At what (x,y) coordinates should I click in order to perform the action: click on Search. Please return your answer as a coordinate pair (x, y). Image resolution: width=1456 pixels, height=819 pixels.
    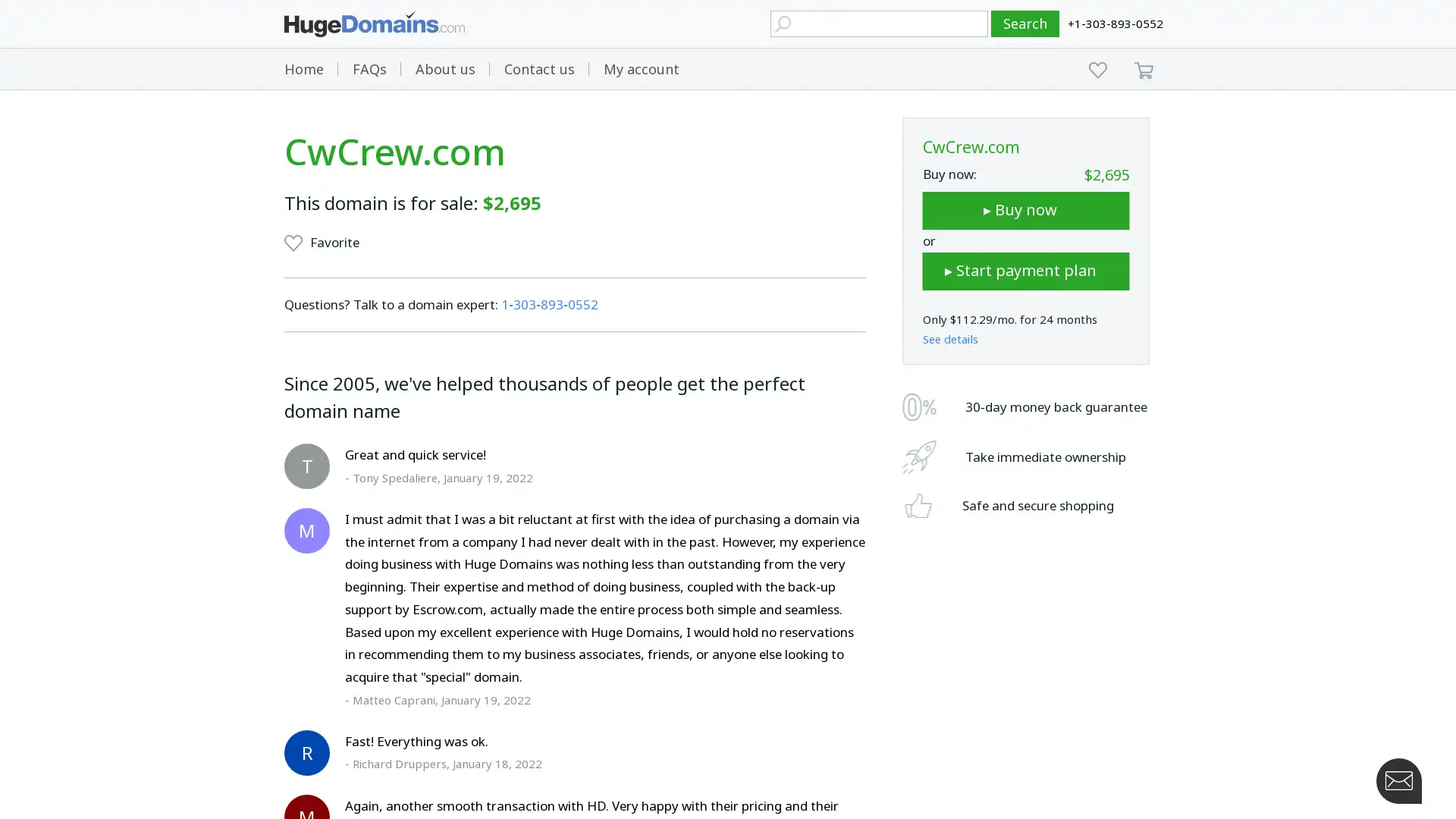
    Looking at the image, I should click on (1025, 24).